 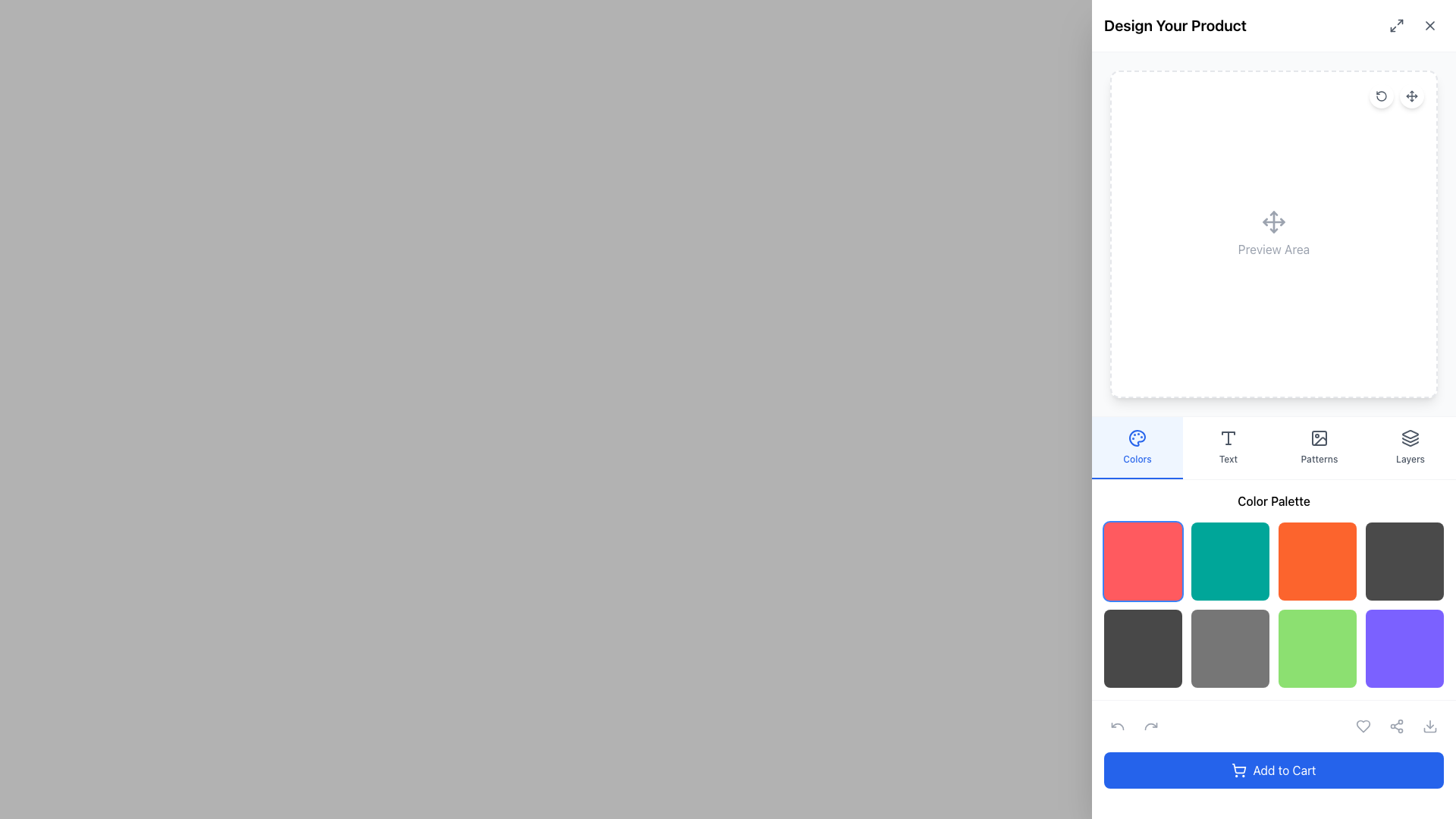 What do you see at coordinates (1410, 458) in the screenshot?
I see `the 'Layers' text label, which is styled in small gray font and located at the bottom of a vertical button group on the right side of the interface` at bounding box center [1410, 458].